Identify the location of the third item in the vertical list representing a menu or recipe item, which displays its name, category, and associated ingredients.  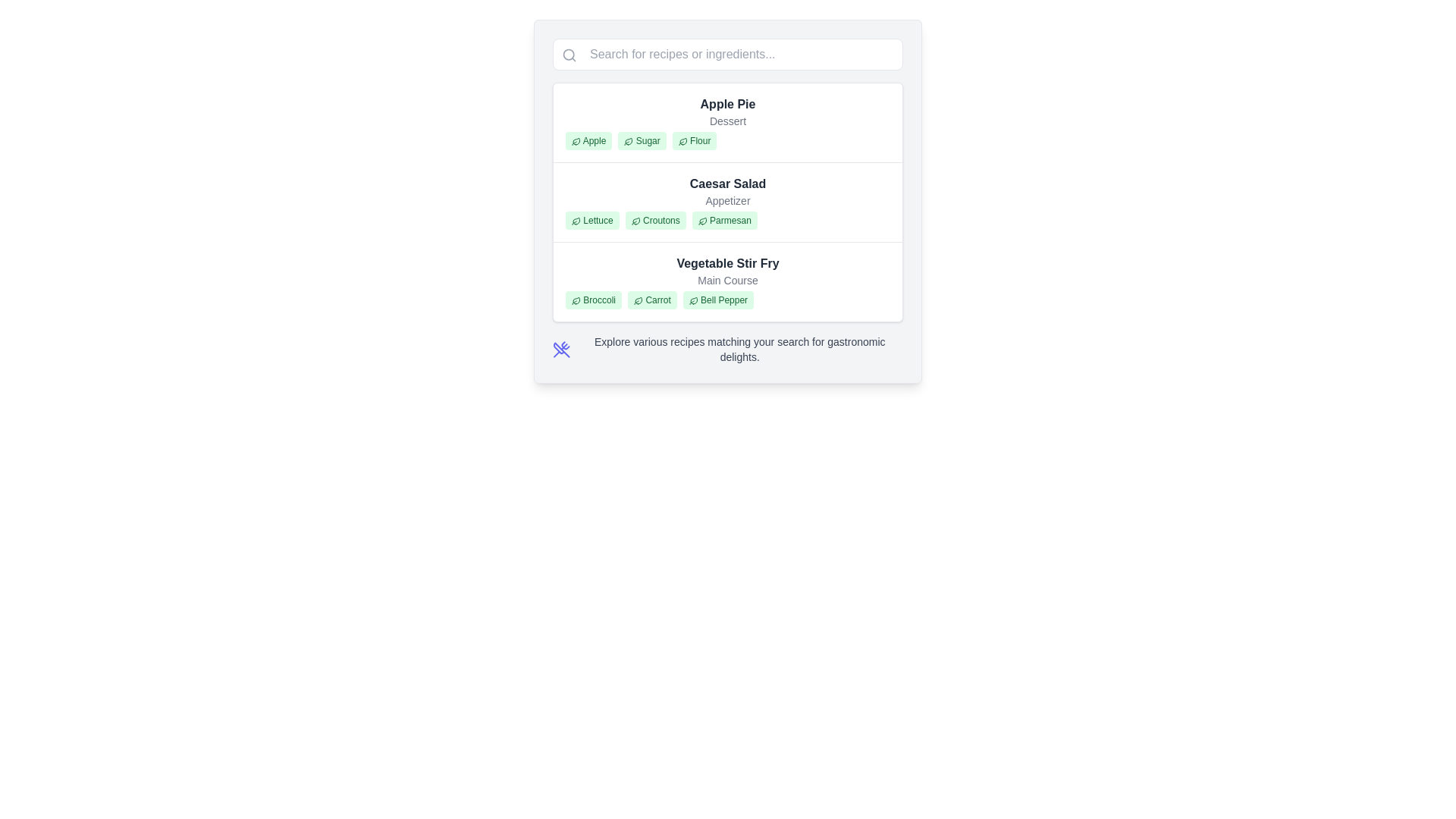
(728, 281).